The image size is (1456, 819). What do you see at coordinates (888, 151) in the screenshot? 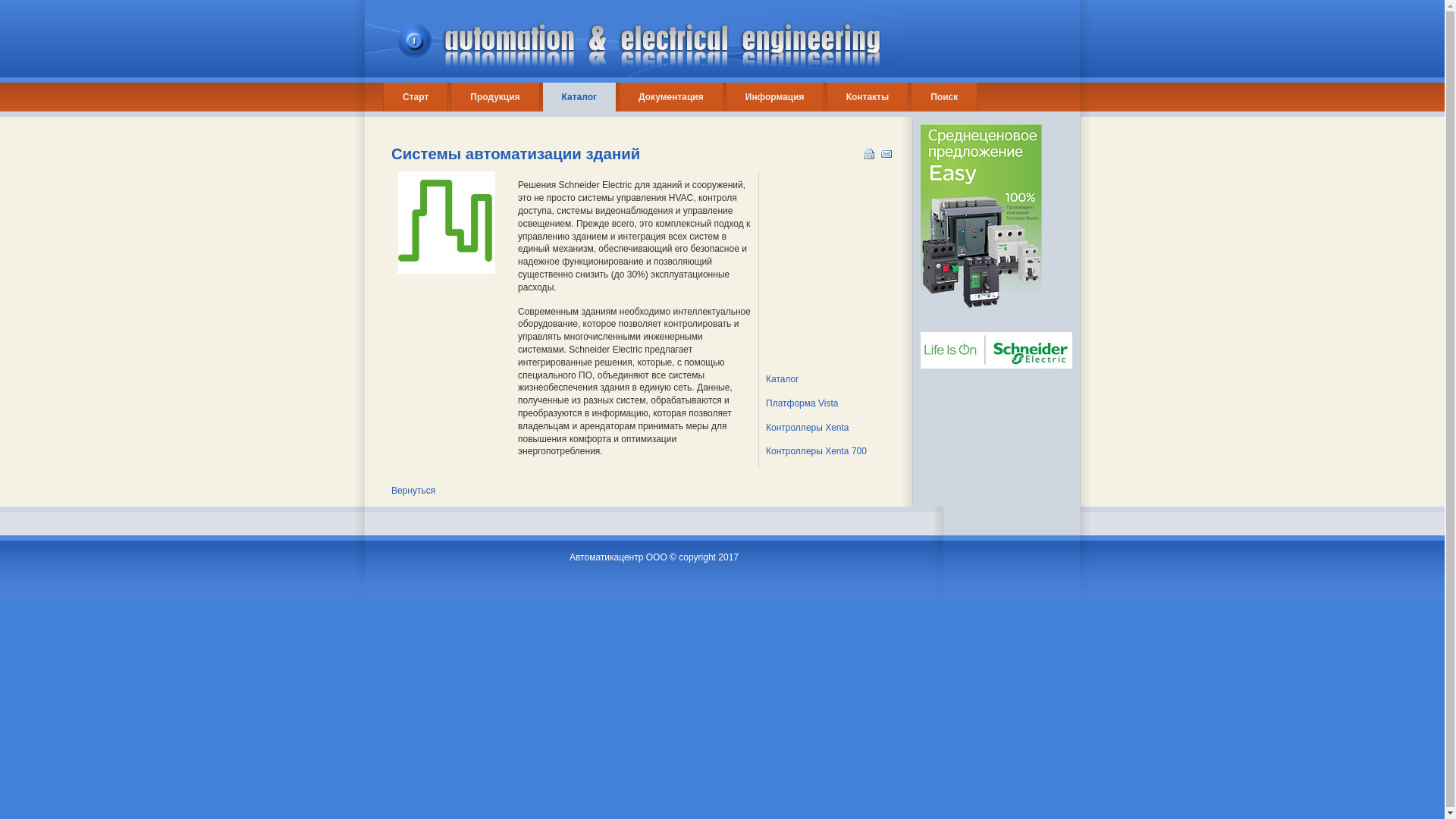
I see `'E-mail'` at bounding box center [888, 151].